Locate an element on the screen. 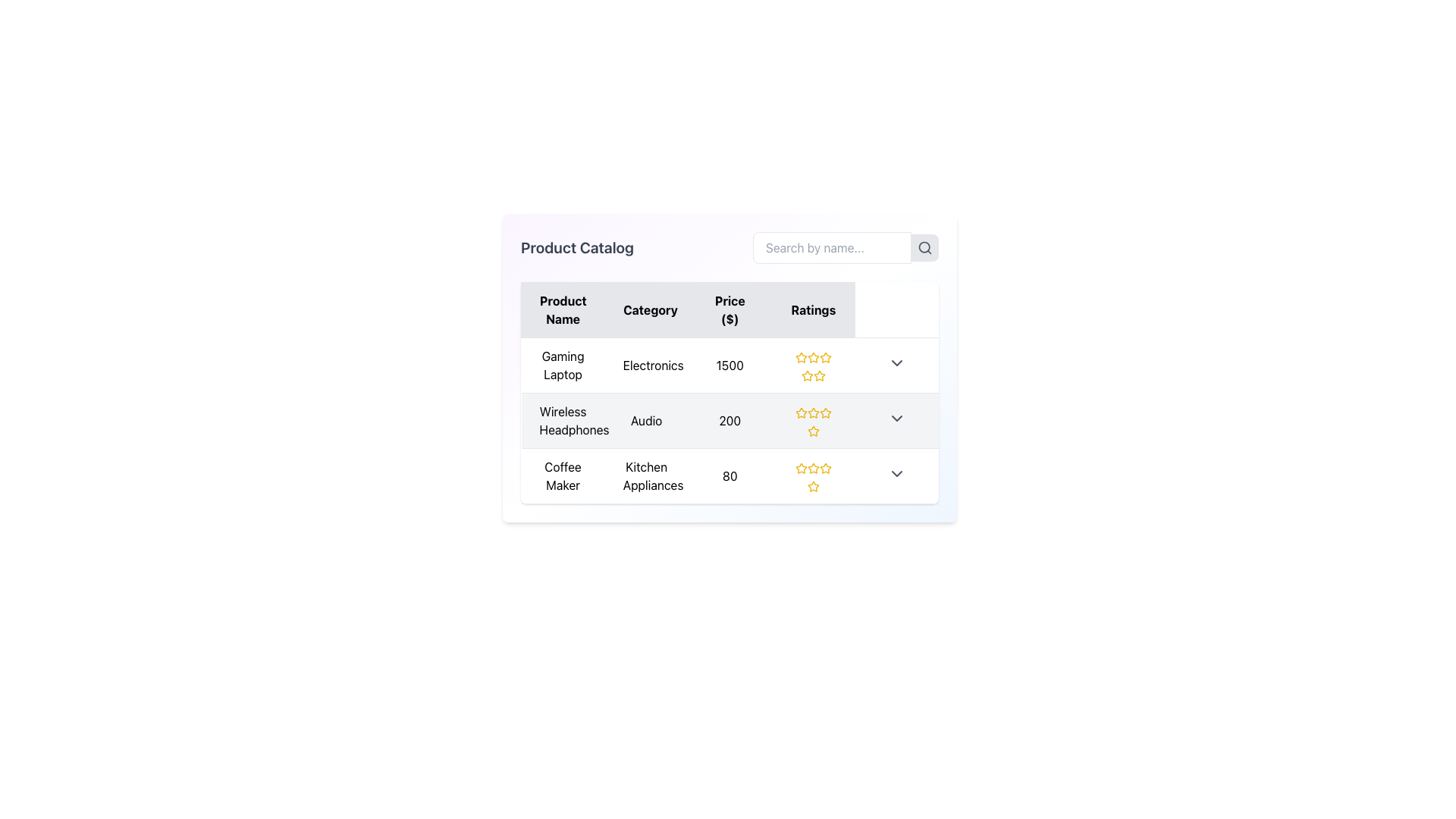  the Dropdown Toggle element with a downward-pointing chevron icon in the 'Ratings' column of the third row for the product 'Coffee Maker' is located at coordinates (896, 472).